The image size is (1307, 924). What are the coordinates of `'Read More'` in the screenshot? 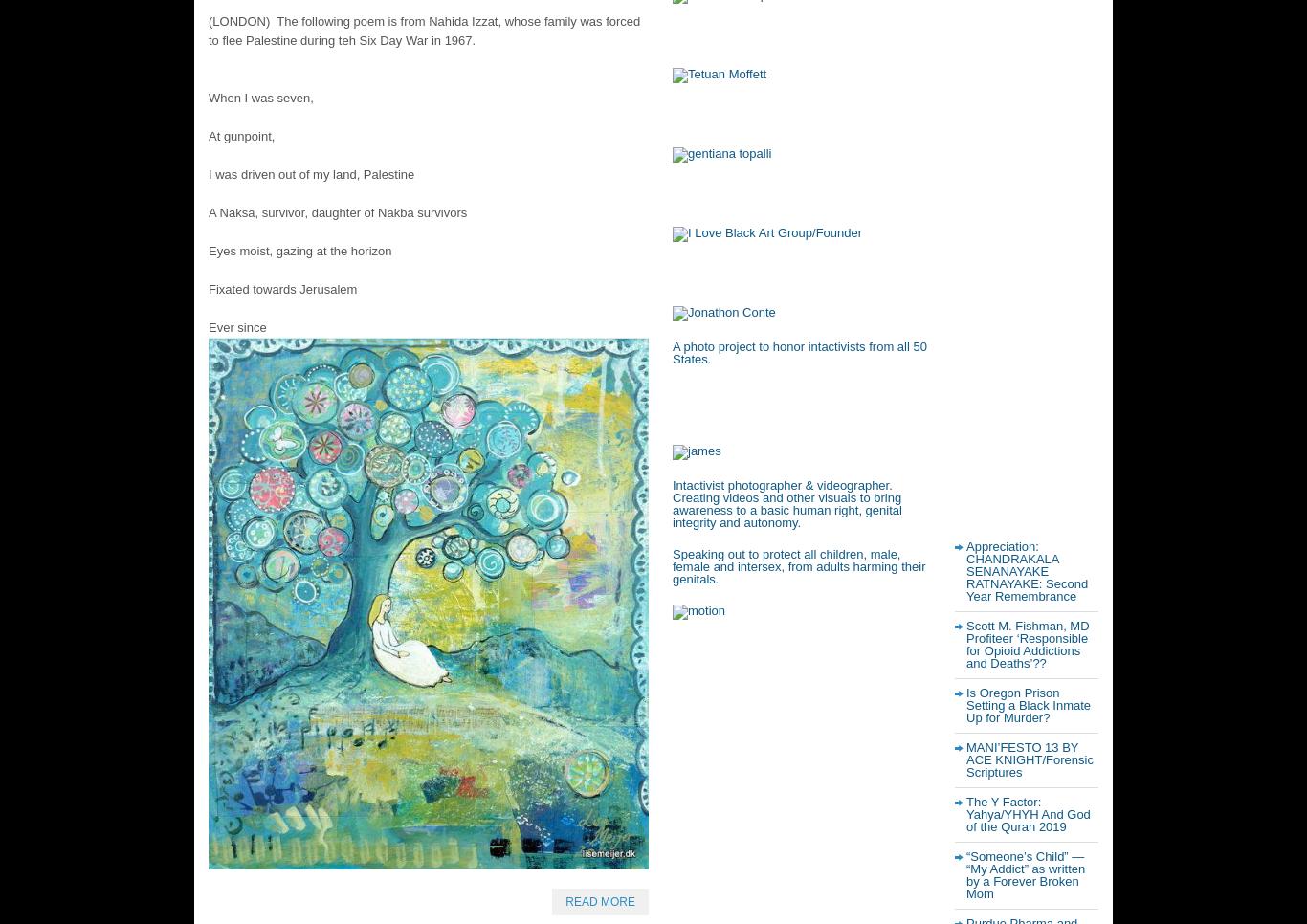 It's located at (599, 901).